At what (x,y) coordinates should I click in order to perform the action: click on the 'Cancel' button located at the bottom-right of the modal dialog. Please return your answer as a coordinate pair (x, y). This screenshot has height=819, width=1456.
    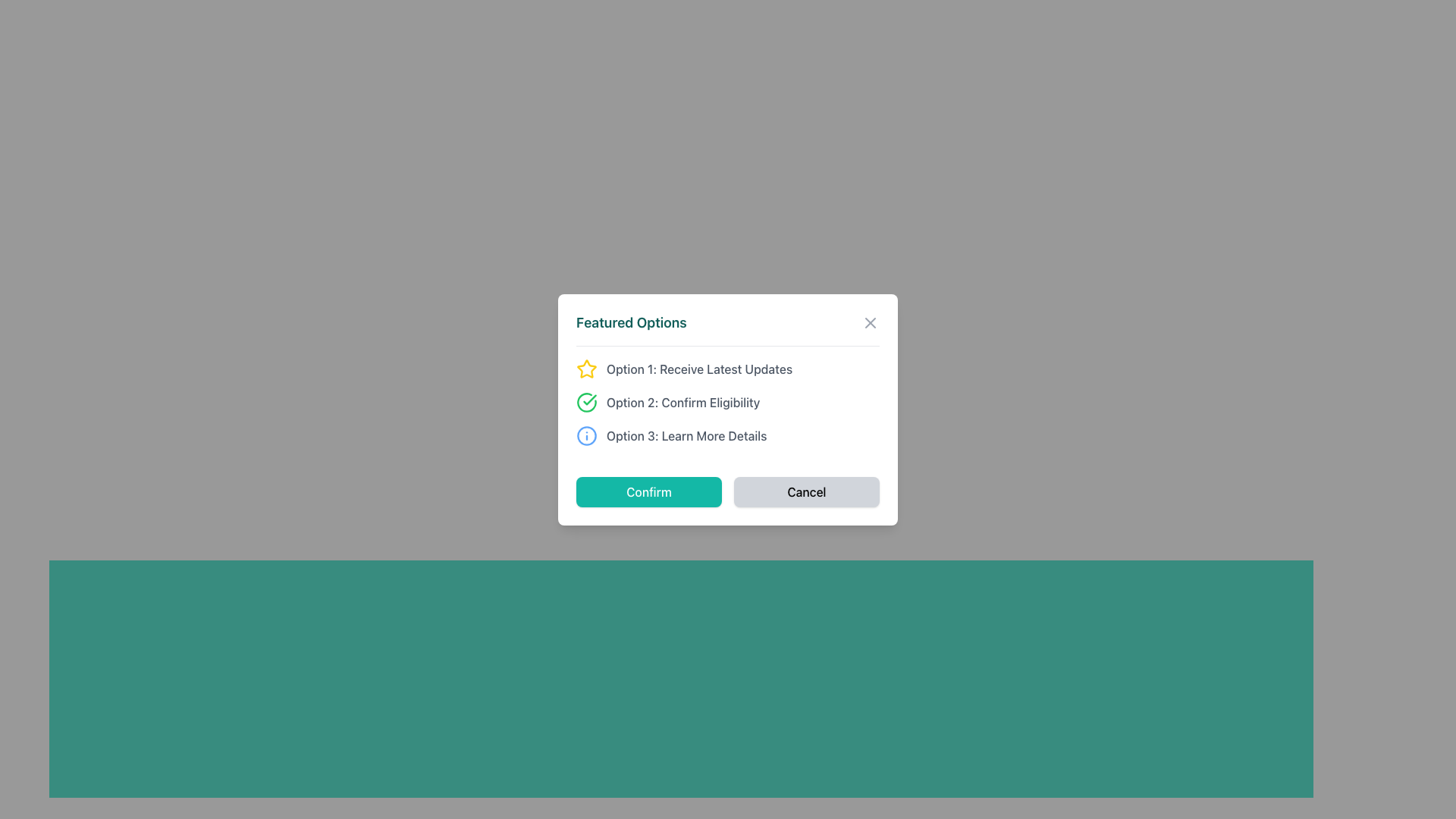
    Looking at the image, I should click on (806, 491).